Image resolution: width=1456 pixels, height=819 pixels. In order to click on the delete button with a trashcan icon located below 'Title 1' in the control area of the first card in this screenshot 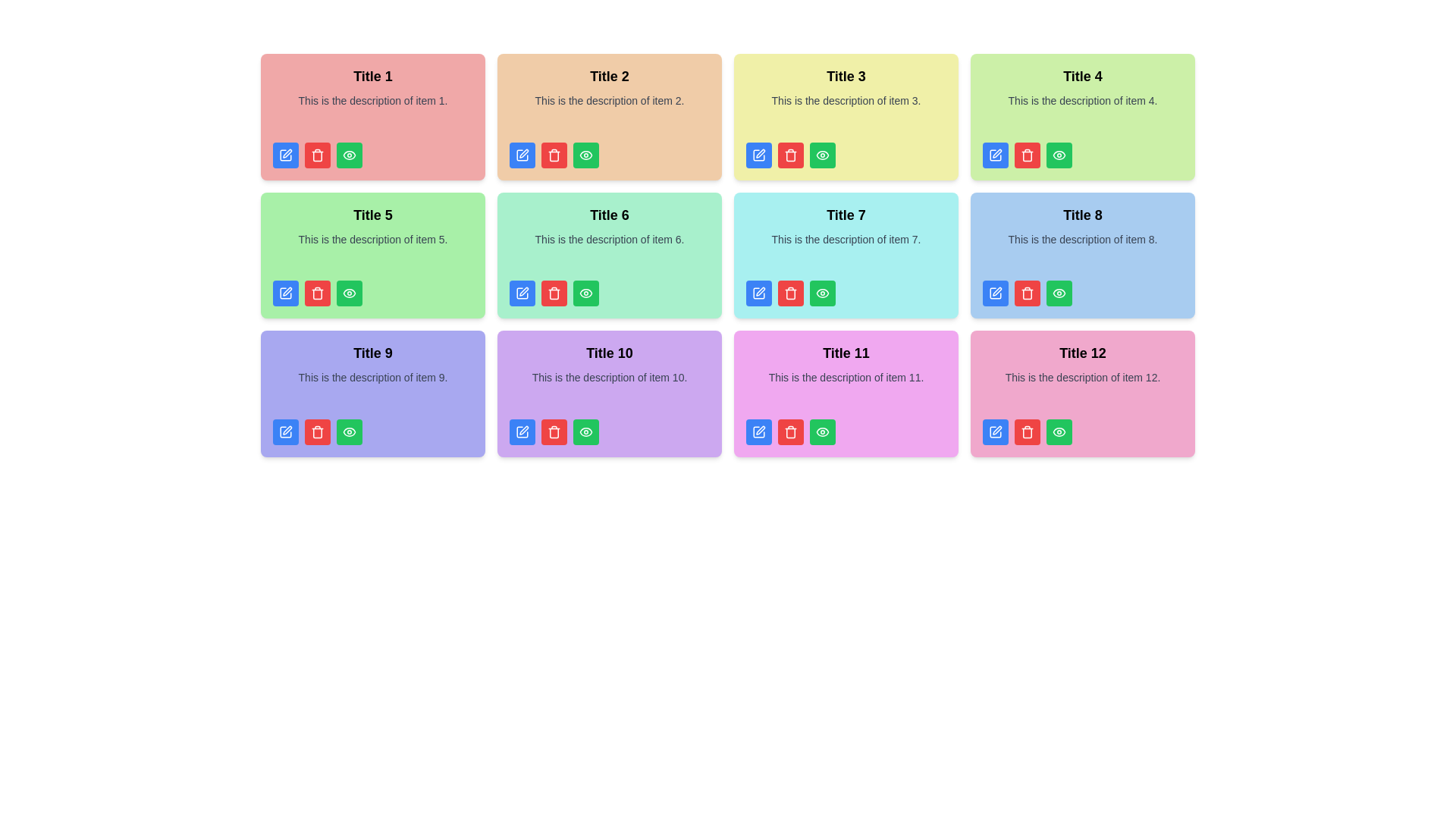, I will do `click(316, 155)`.